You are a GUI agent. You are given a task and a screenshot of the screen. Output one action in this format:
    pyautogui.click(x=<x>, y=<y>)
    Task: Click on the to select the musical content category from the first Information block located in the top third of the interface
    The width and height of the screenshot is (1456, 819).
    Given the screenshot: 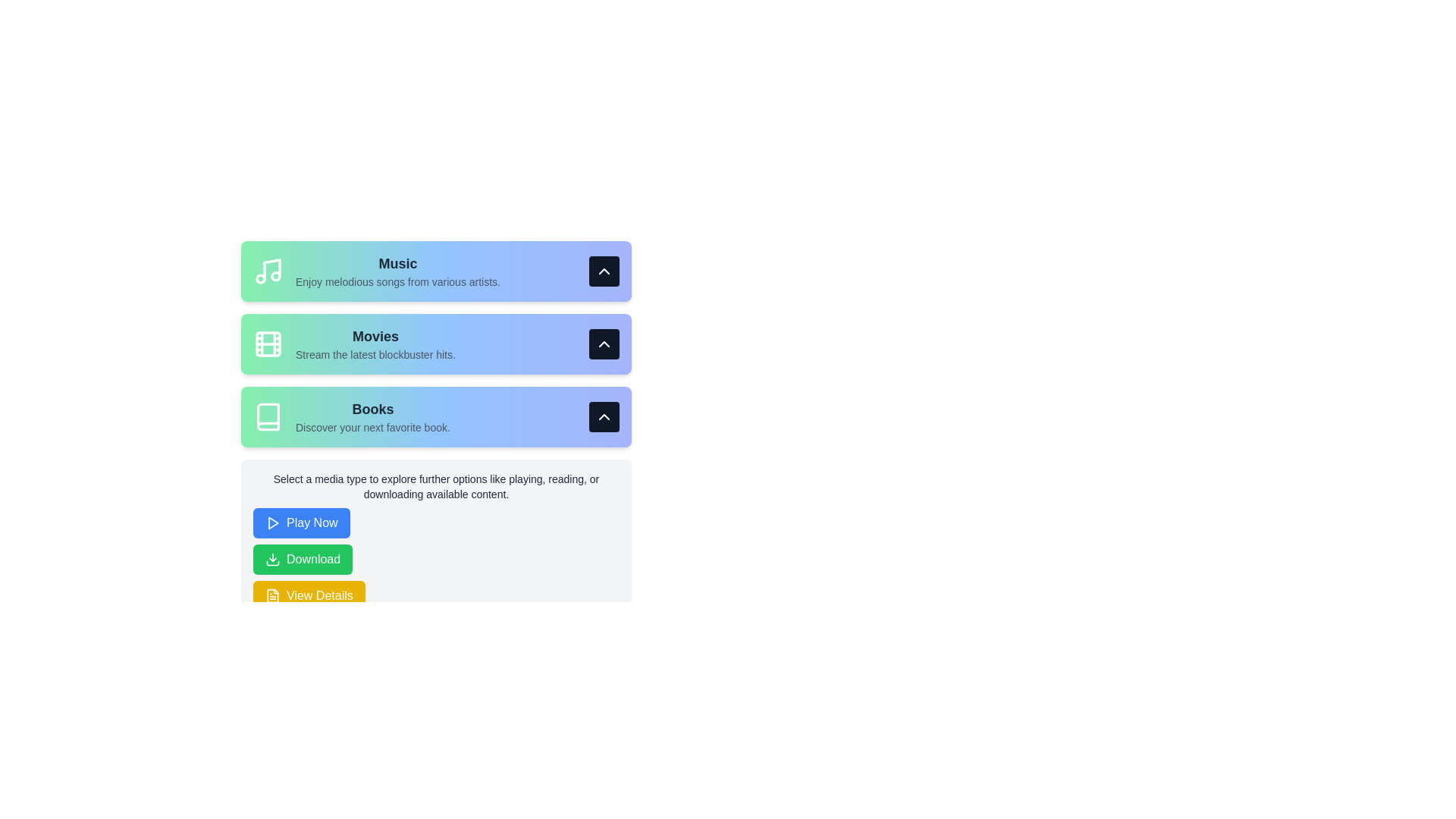 What is the action you would take?
    pyautogui.click(x=377, y=271)
    